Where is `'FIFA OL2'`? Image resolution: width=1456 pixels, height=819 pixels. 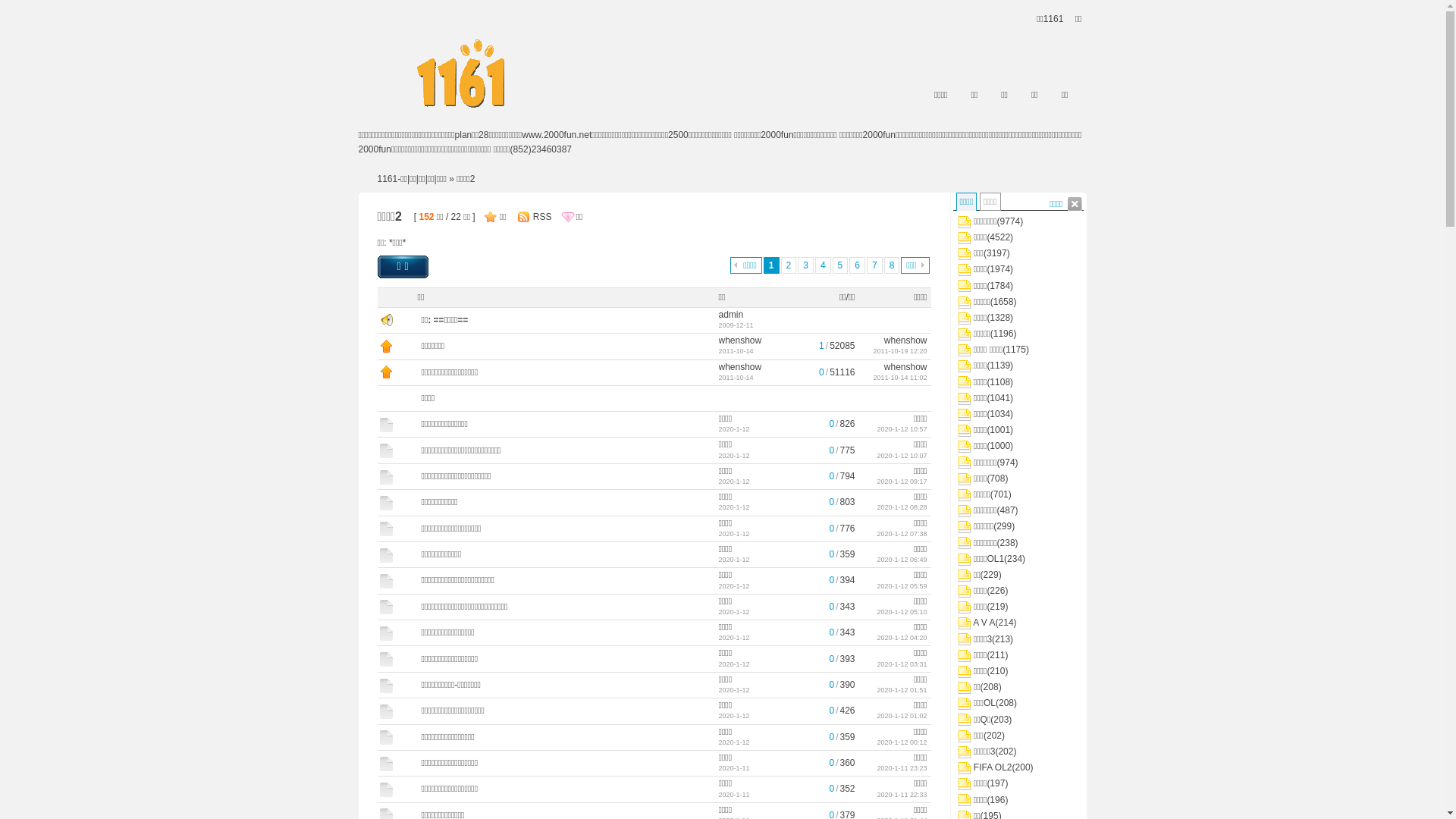
'FIFA OL2' is located at coordinates (993, 767).